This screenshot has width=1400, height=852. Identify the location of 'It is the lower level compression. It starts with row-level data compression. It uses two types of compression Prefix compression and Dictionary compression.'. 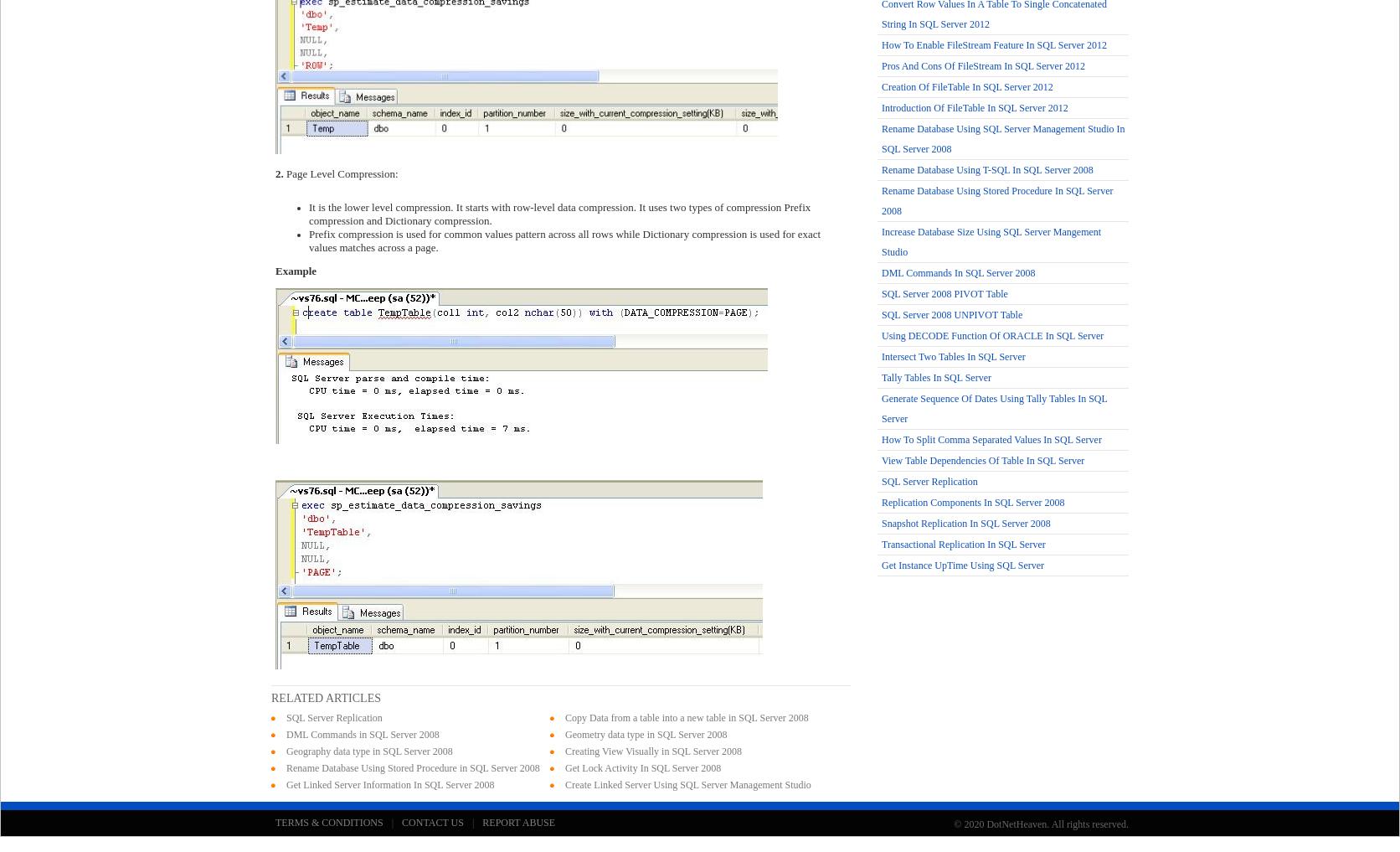
(559, 213).